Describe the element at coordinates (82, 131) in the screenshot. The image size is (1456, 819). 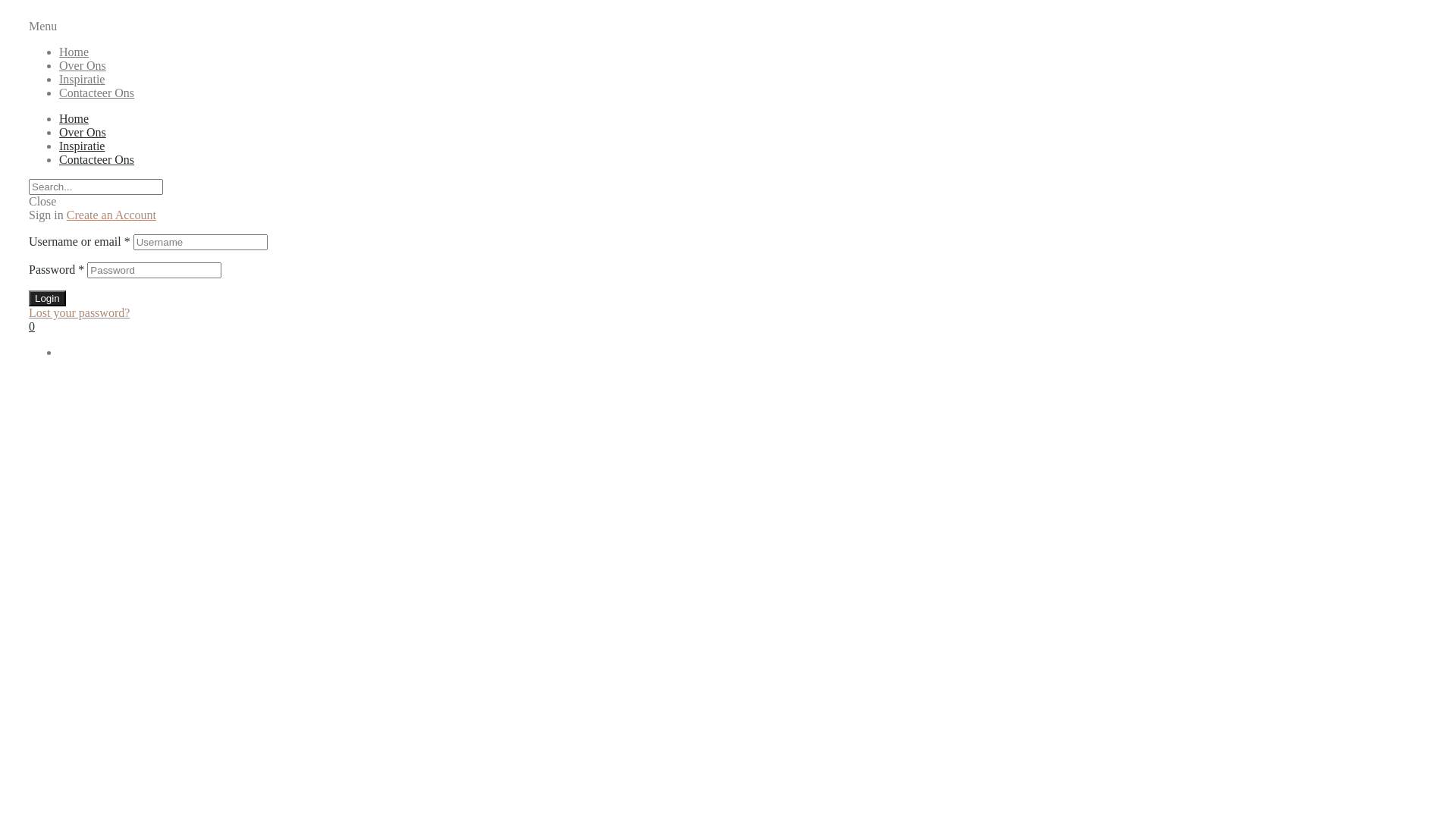
I see `'Over Ons'` at that location.